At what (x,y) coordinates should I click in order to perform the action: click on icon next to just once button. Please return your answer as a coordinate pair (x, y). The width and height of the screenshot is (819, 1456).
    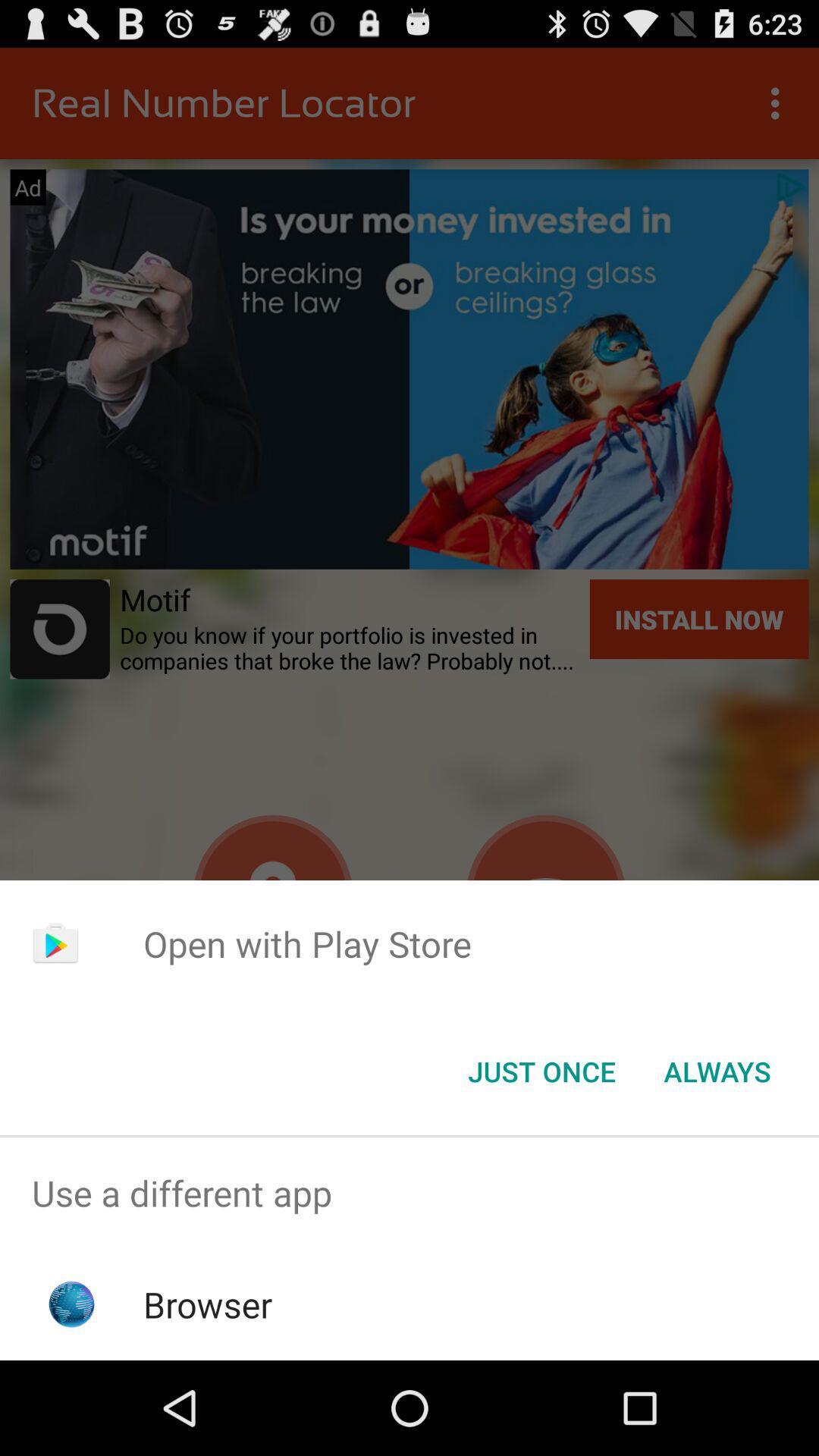
    Looking at the image, I should click on (717, 1070).